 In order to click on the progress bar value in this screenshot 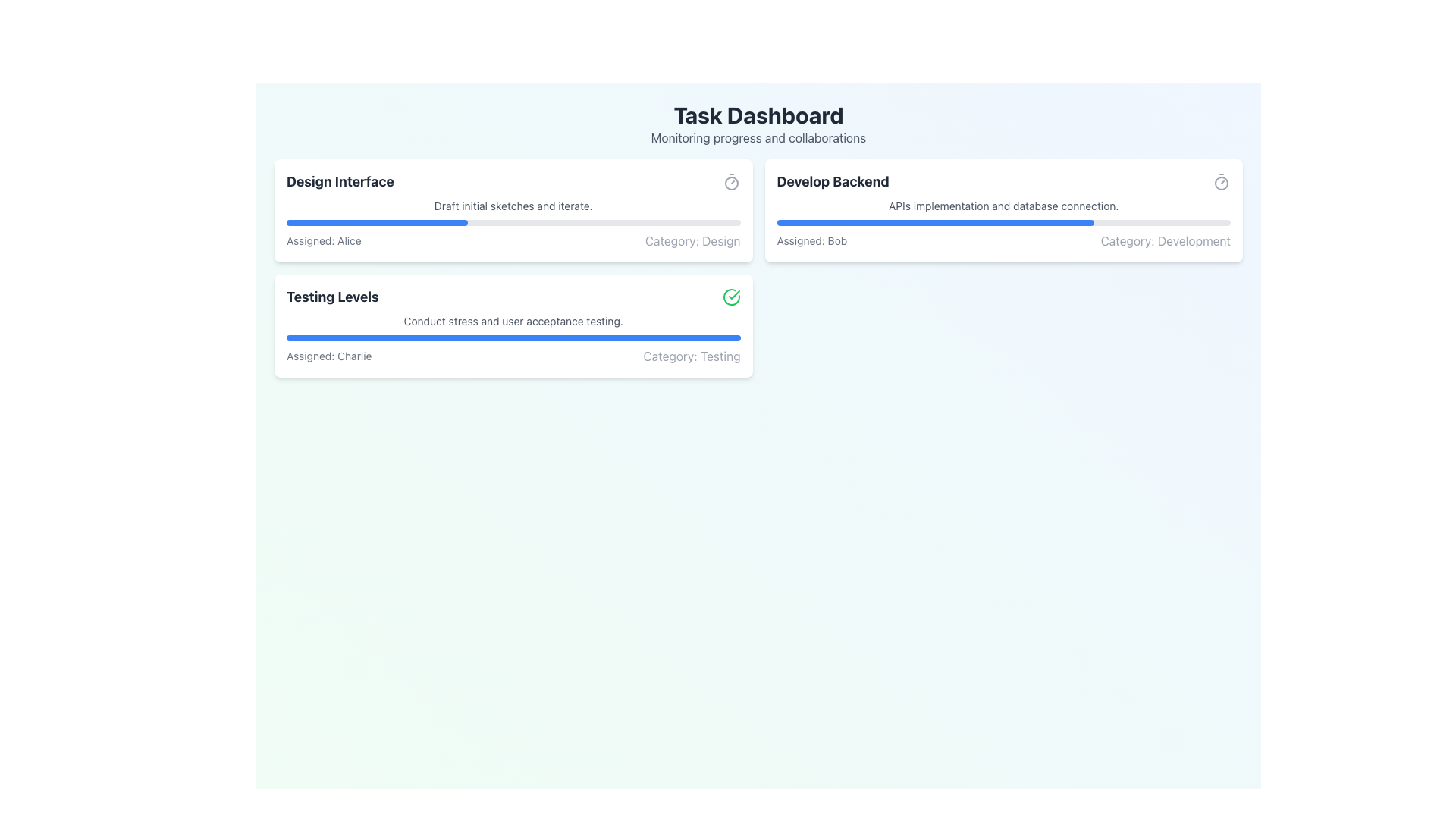, I will do `click(1006, 222)`.